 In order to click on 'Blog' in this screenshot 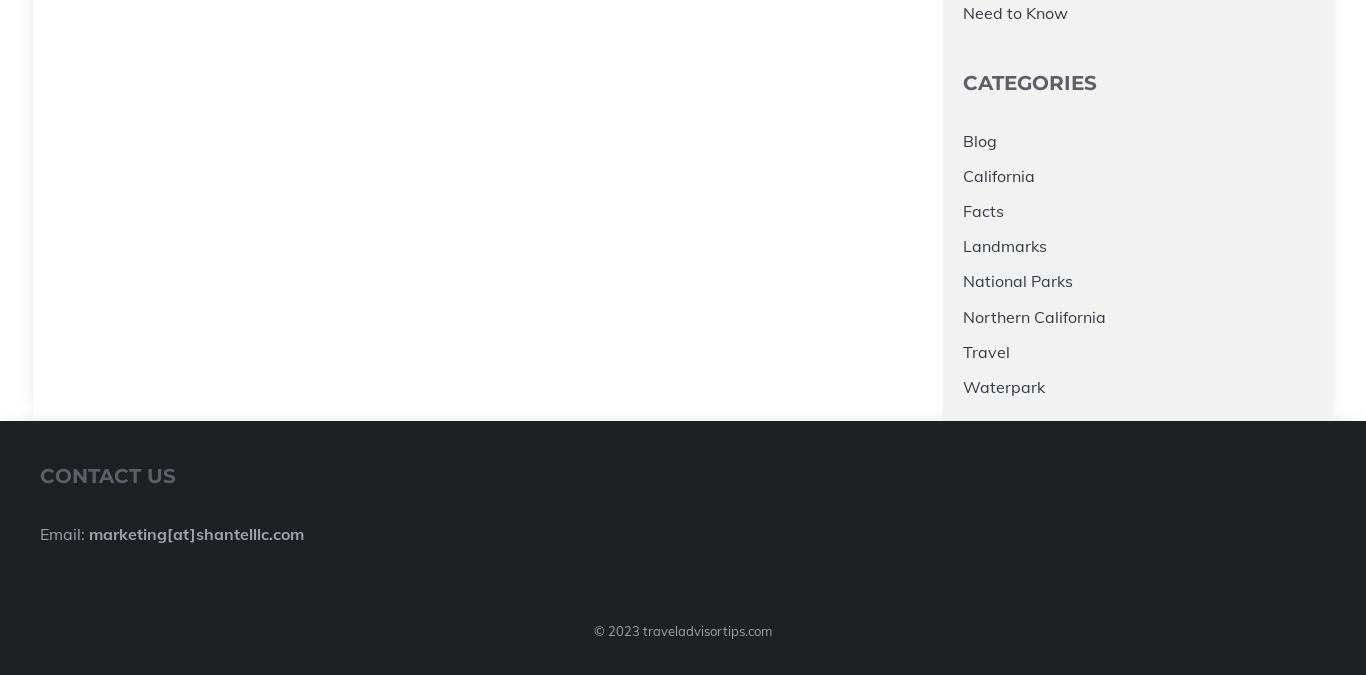, I will do `click(979, 139)`.